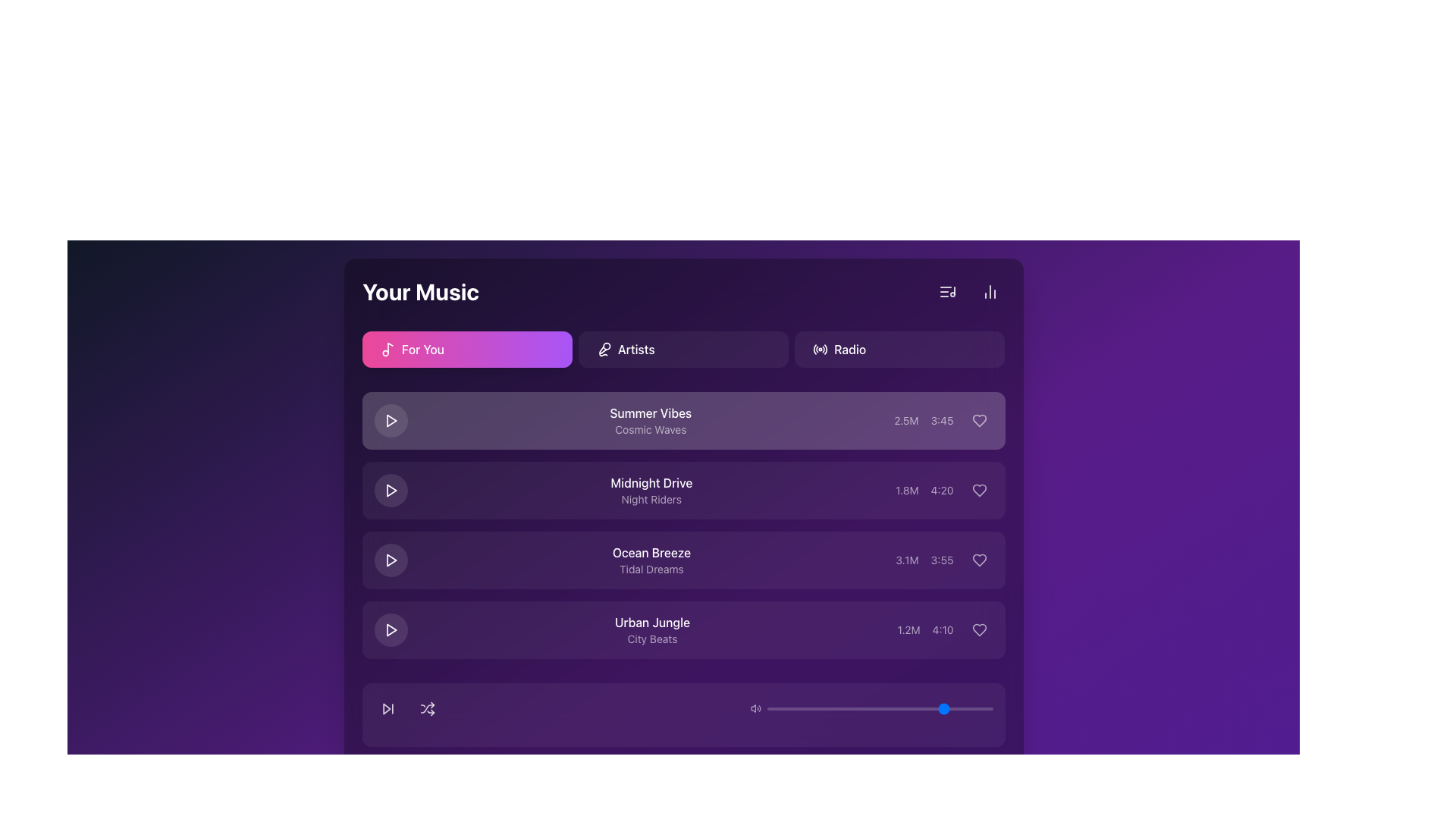 This screenshot has width=1456, height=819. Describe the element at coordinates (811, 708) in the screenshot. I see `the slider` at that location.